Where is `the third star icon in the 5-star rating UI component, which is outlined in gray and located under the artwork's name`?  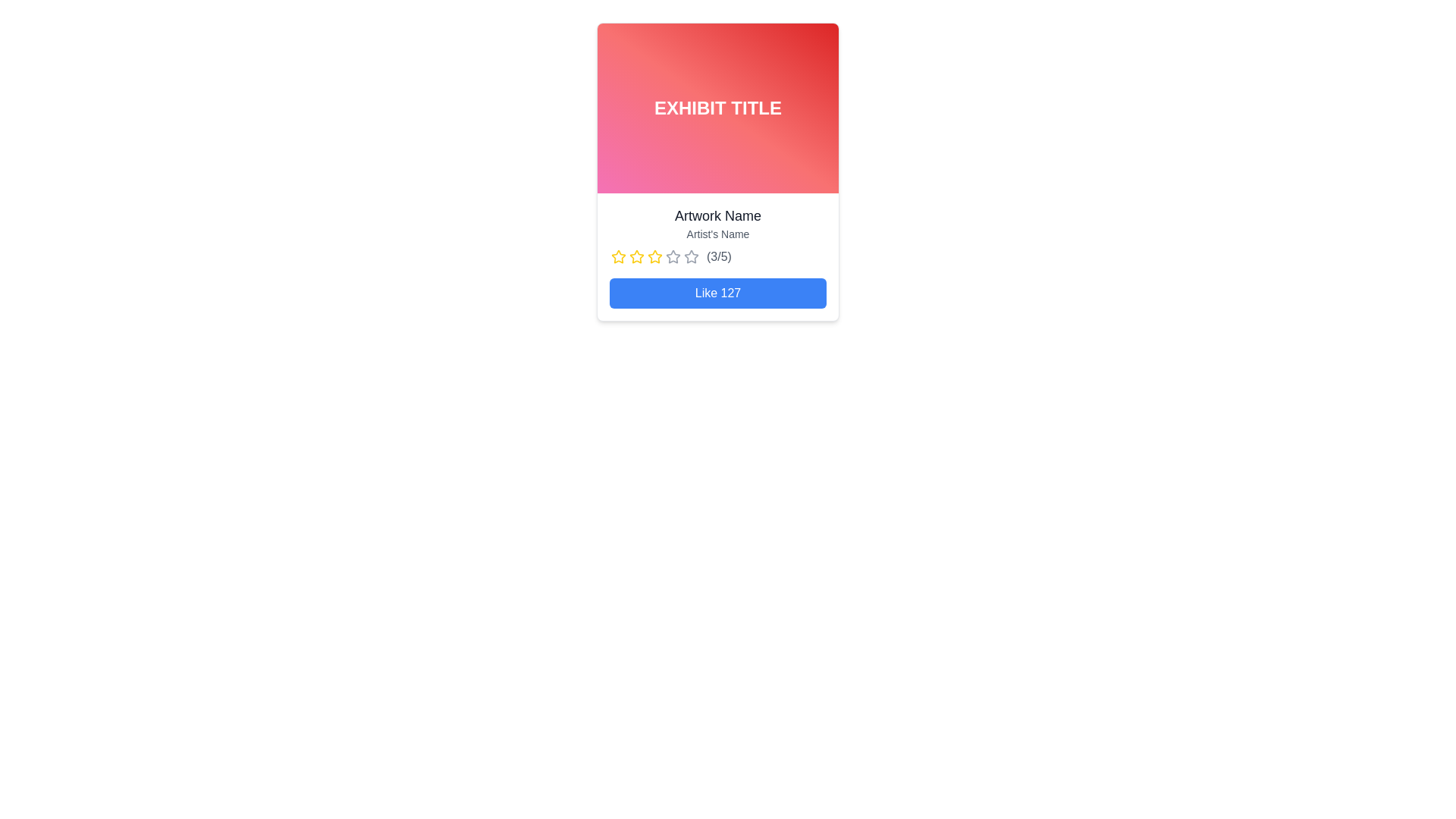 the third star icon in the 5-star rating UI component, which is outlined in gray and located under the artwork's name is located at coordinates (673, 256).